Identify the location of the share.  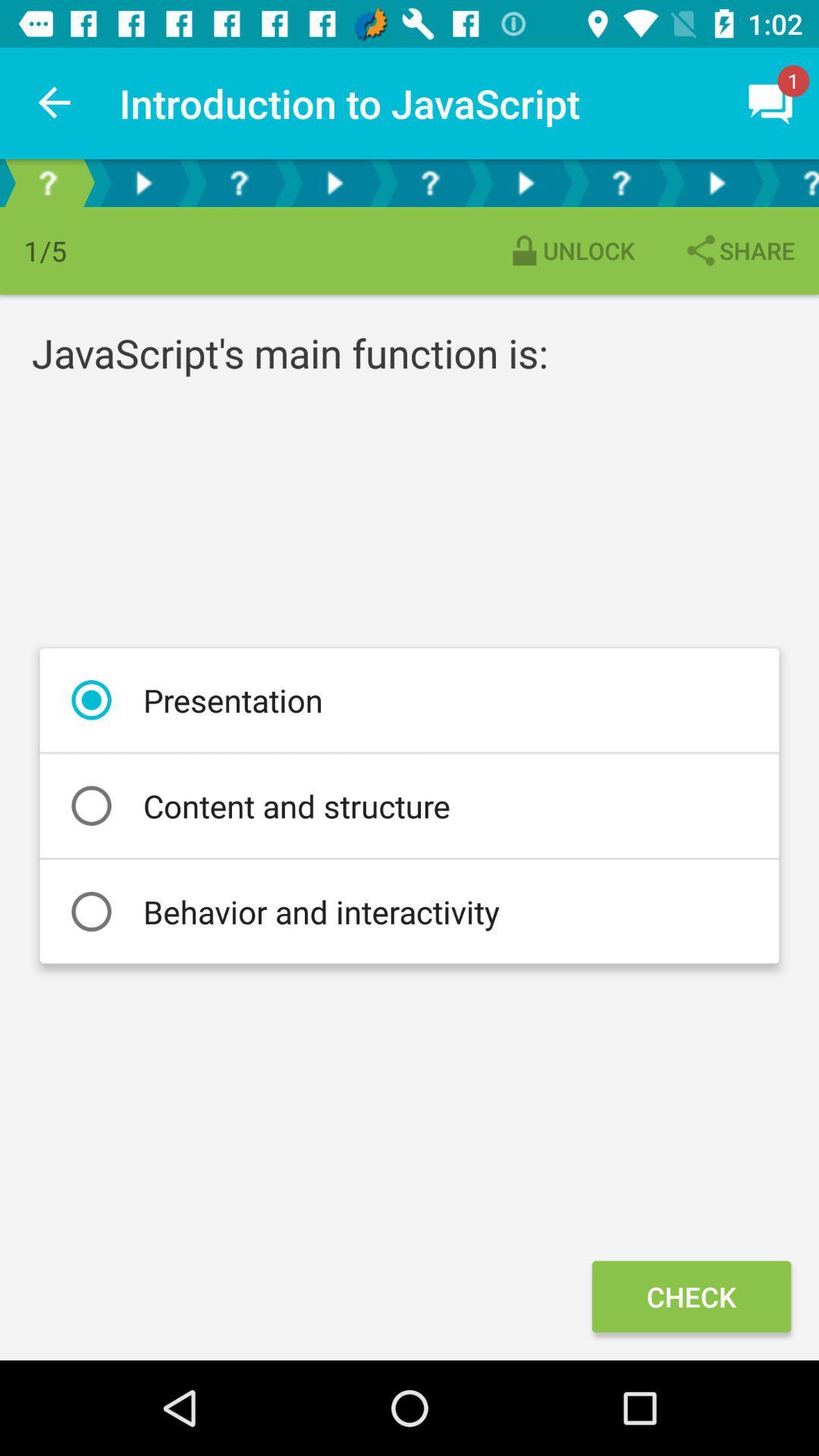
(738, 250).